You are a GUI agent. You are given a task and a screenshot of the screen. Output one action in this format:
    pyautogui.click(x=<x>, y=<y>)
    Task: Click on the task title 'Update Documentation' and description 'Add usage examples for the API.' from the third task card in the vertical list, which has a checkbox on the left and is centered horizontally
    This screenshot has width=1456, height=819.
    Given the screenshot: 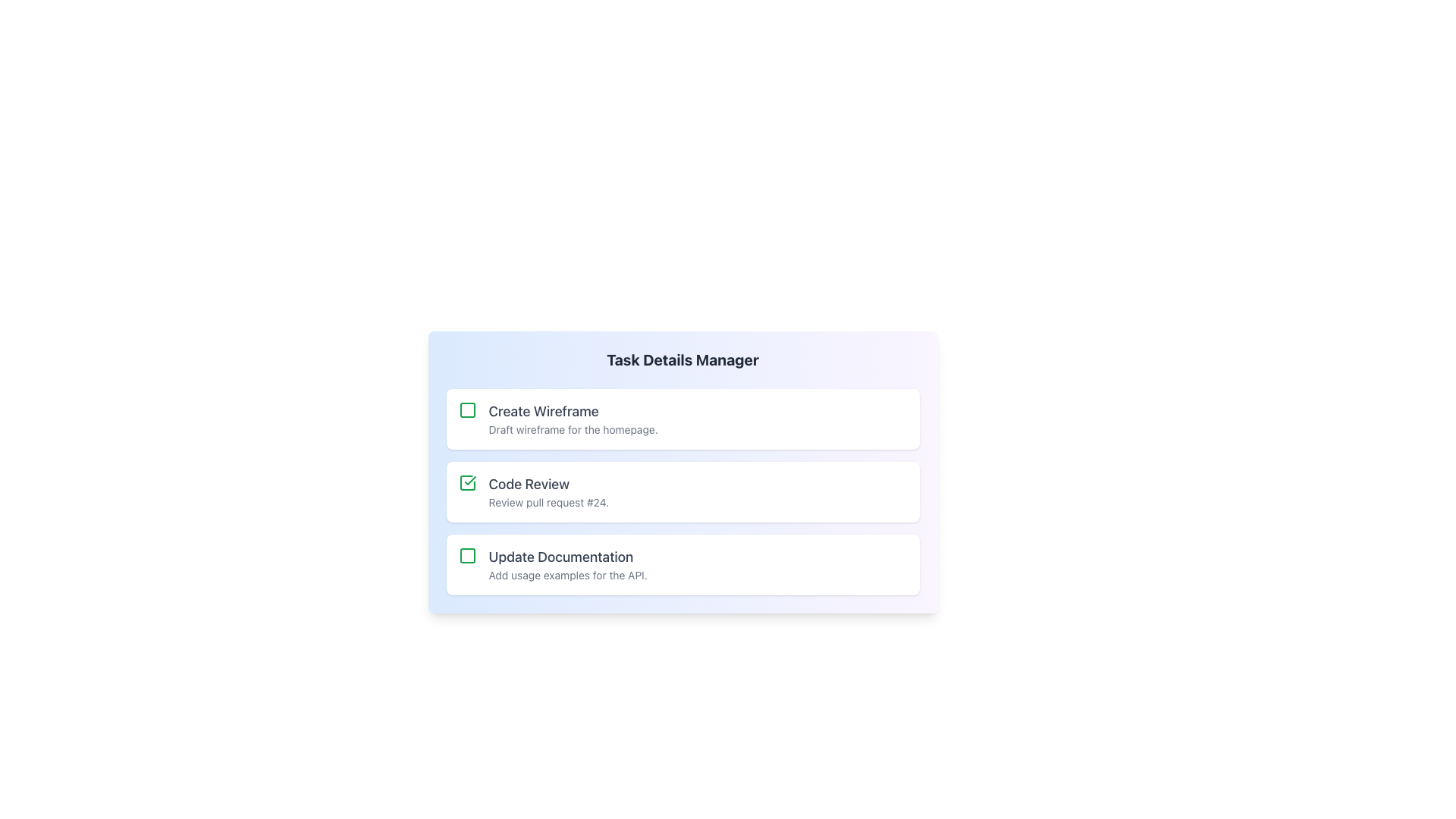 What is the action you would take?
    pyautogui.click(x=682, y=564)
    